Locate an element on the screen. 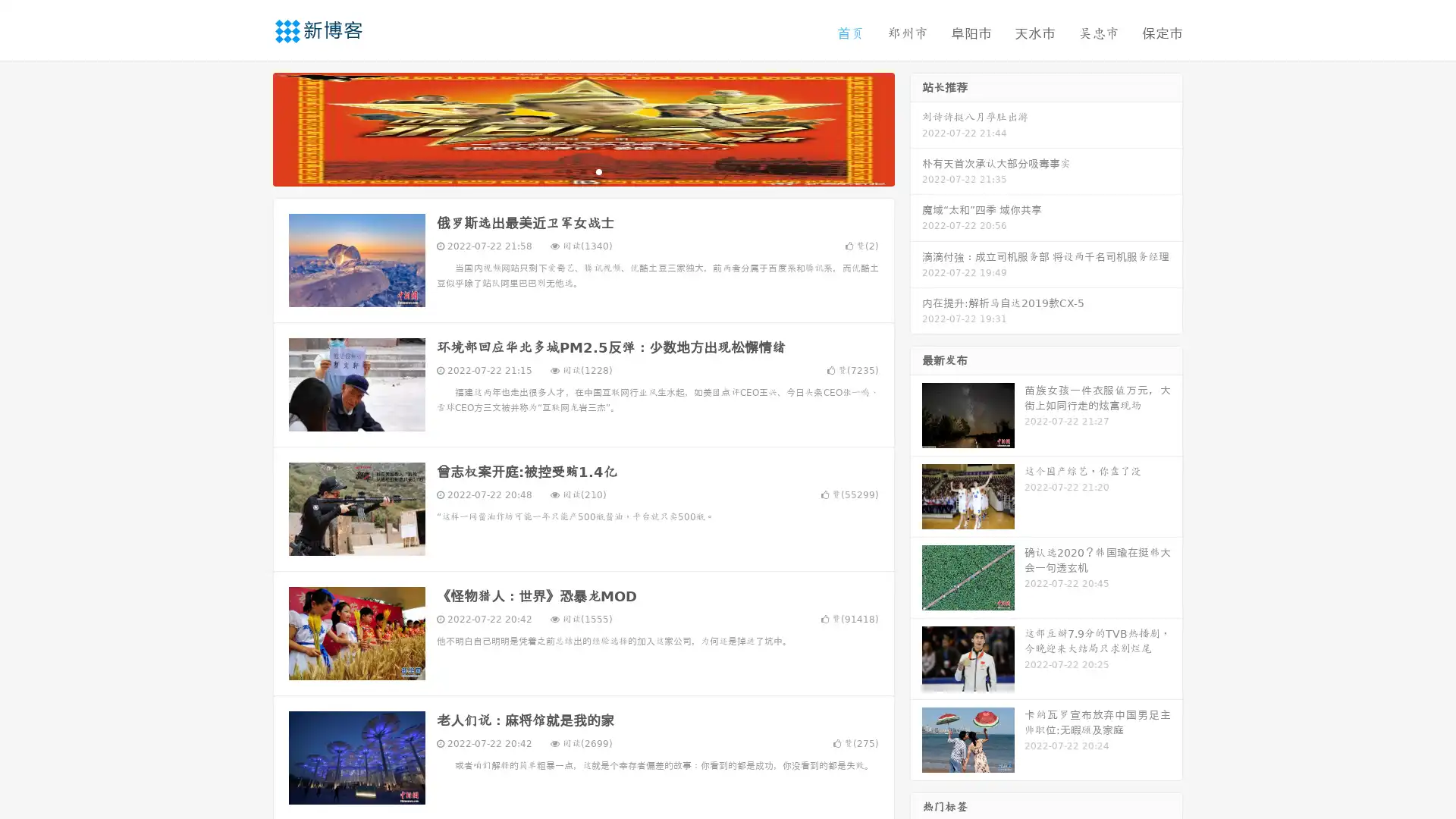  Next slide is located at coordinates (916, 127).